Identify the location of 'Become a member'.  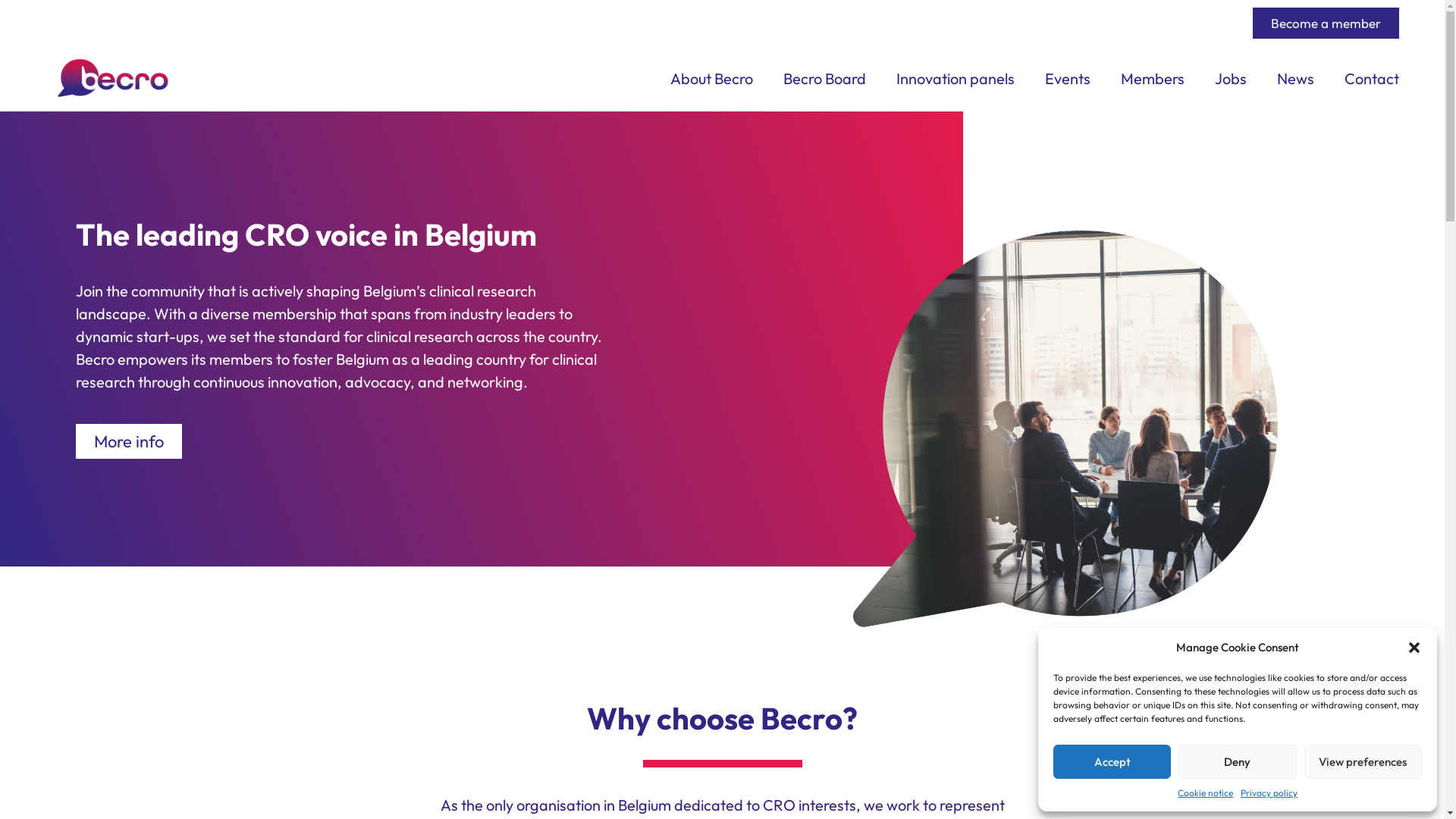
(1325, 23).